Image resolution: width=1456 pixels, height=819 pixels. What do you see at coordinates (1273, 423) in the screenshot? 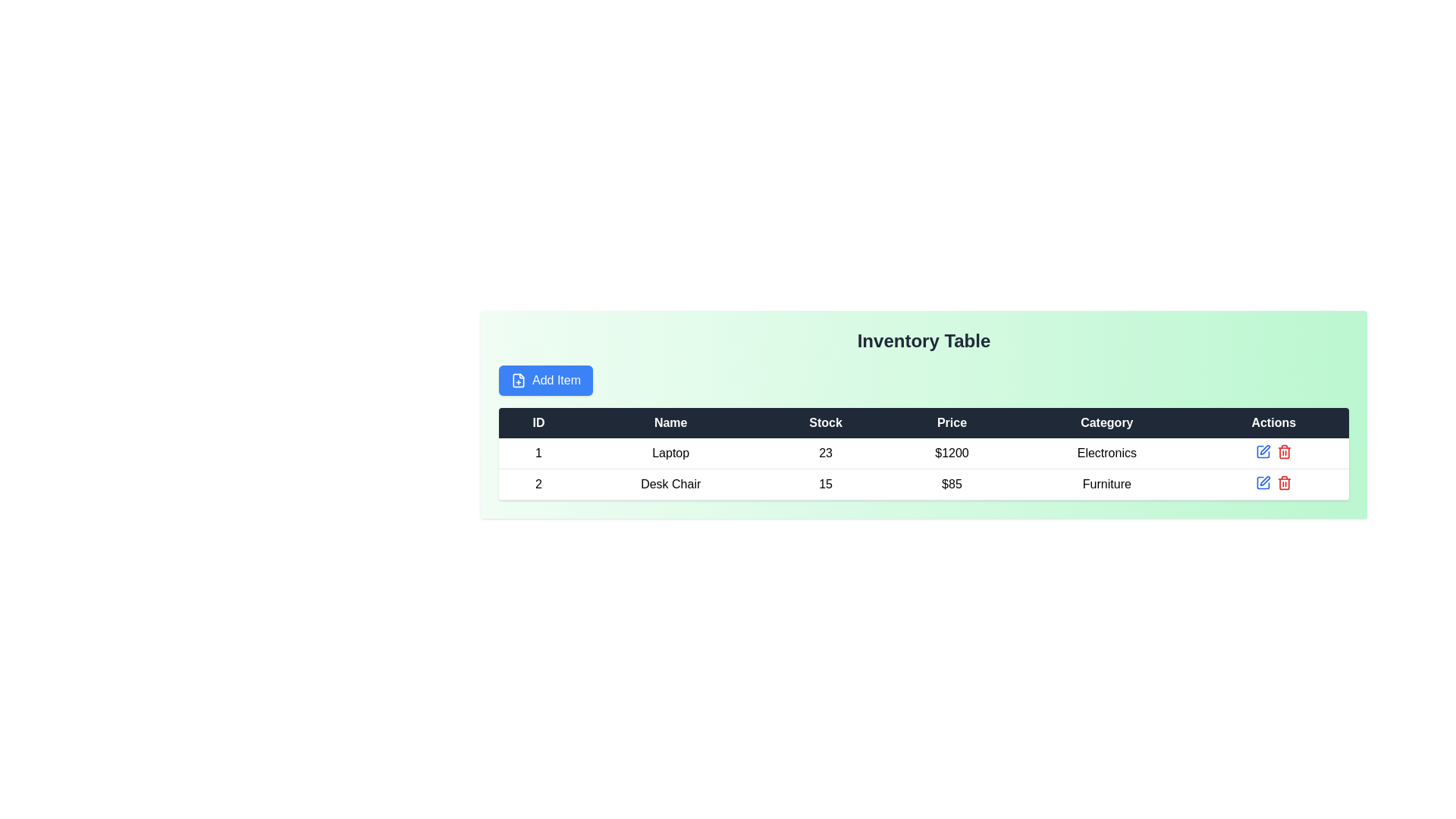
I see `the text label displaying 'Actions' in white color located in the header row of the table as the last column` at bounding box center [1273, 423].